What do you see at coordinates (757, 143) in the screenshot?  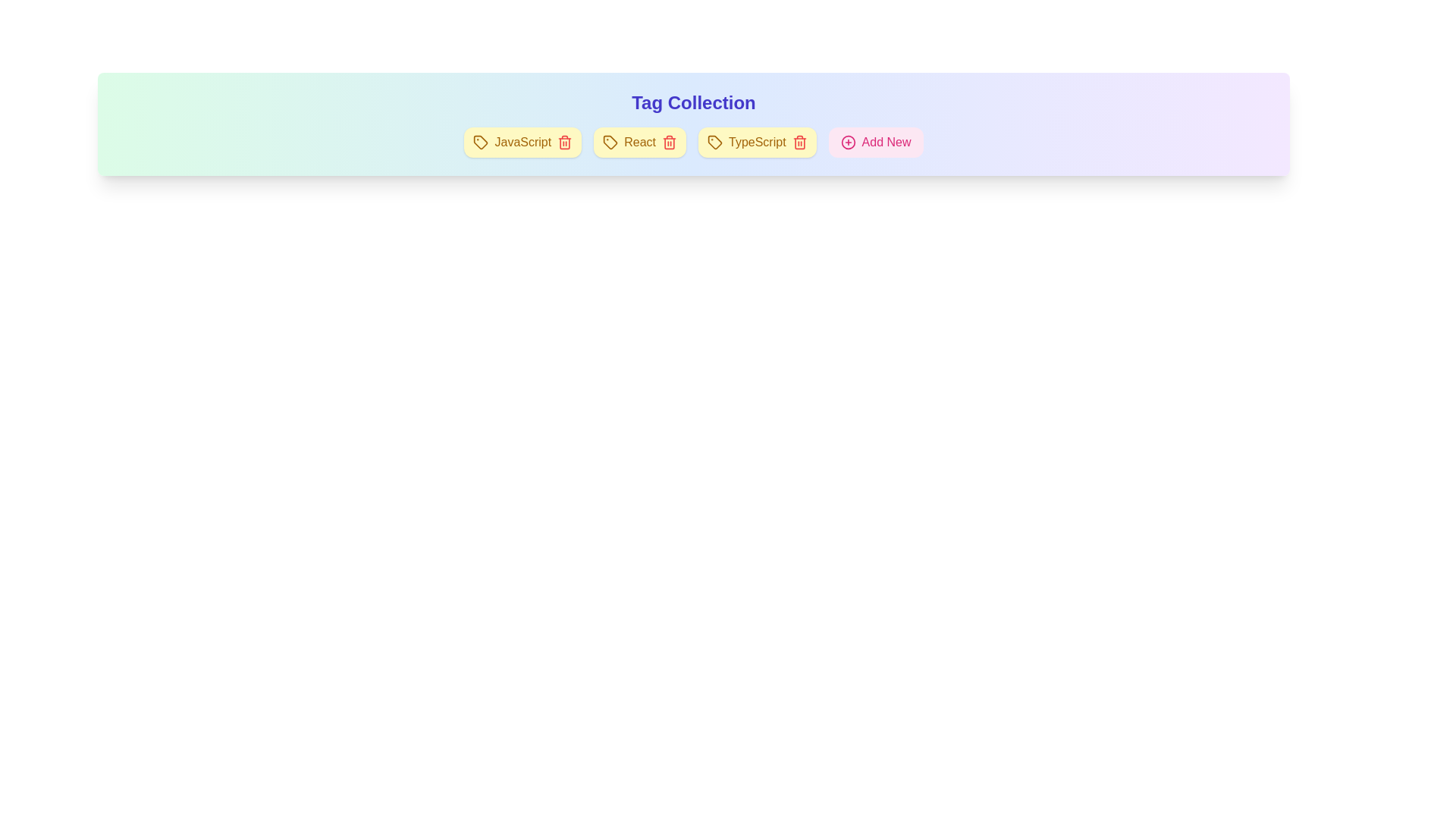 I see `the trash bin icon on the third tag in the 'Tag Collection' row` at bounding box center [757, 143].